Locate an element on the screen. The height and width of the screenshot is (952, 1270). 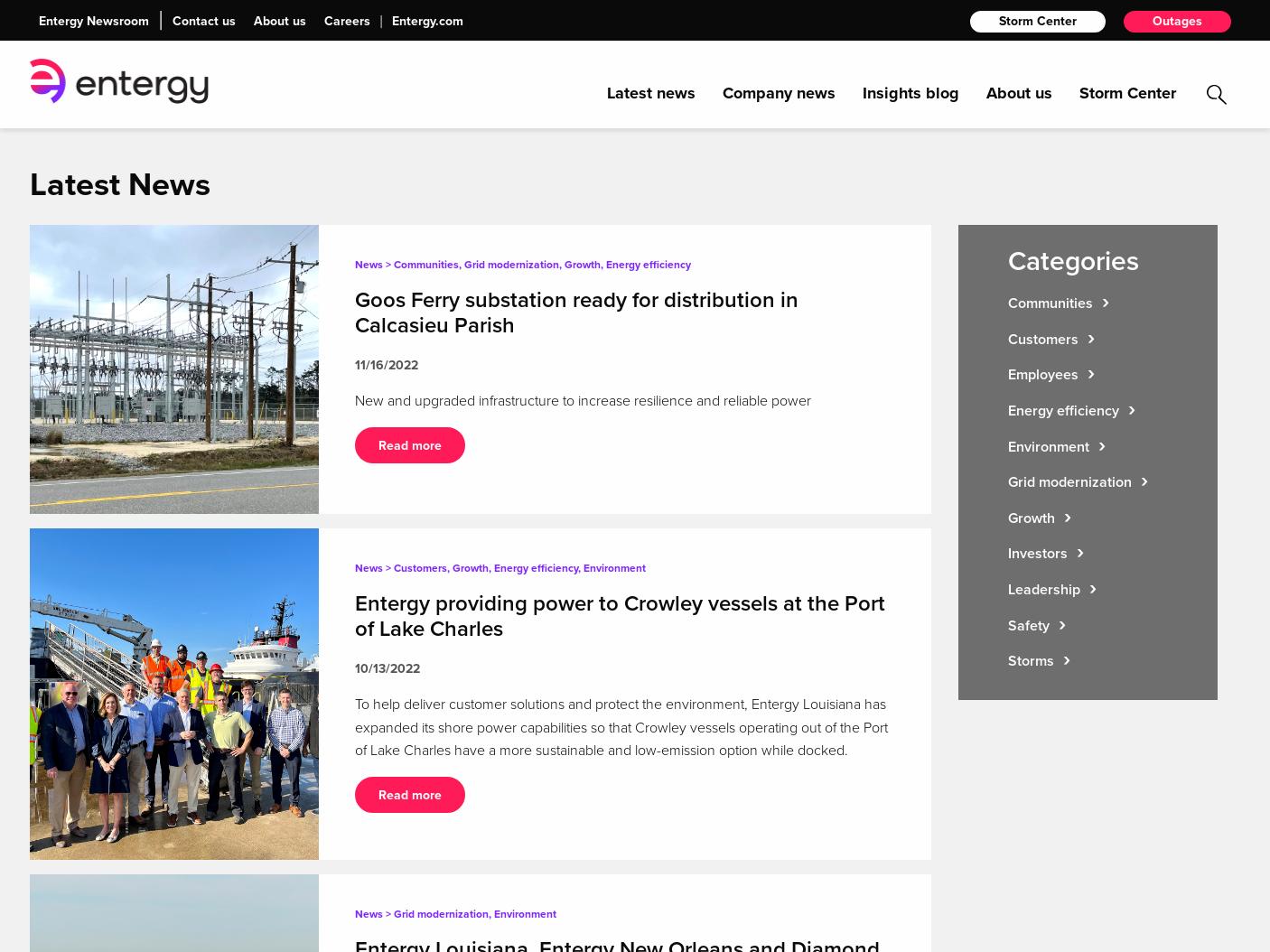
'11/16/2022' is located at coordinates (354, 364).